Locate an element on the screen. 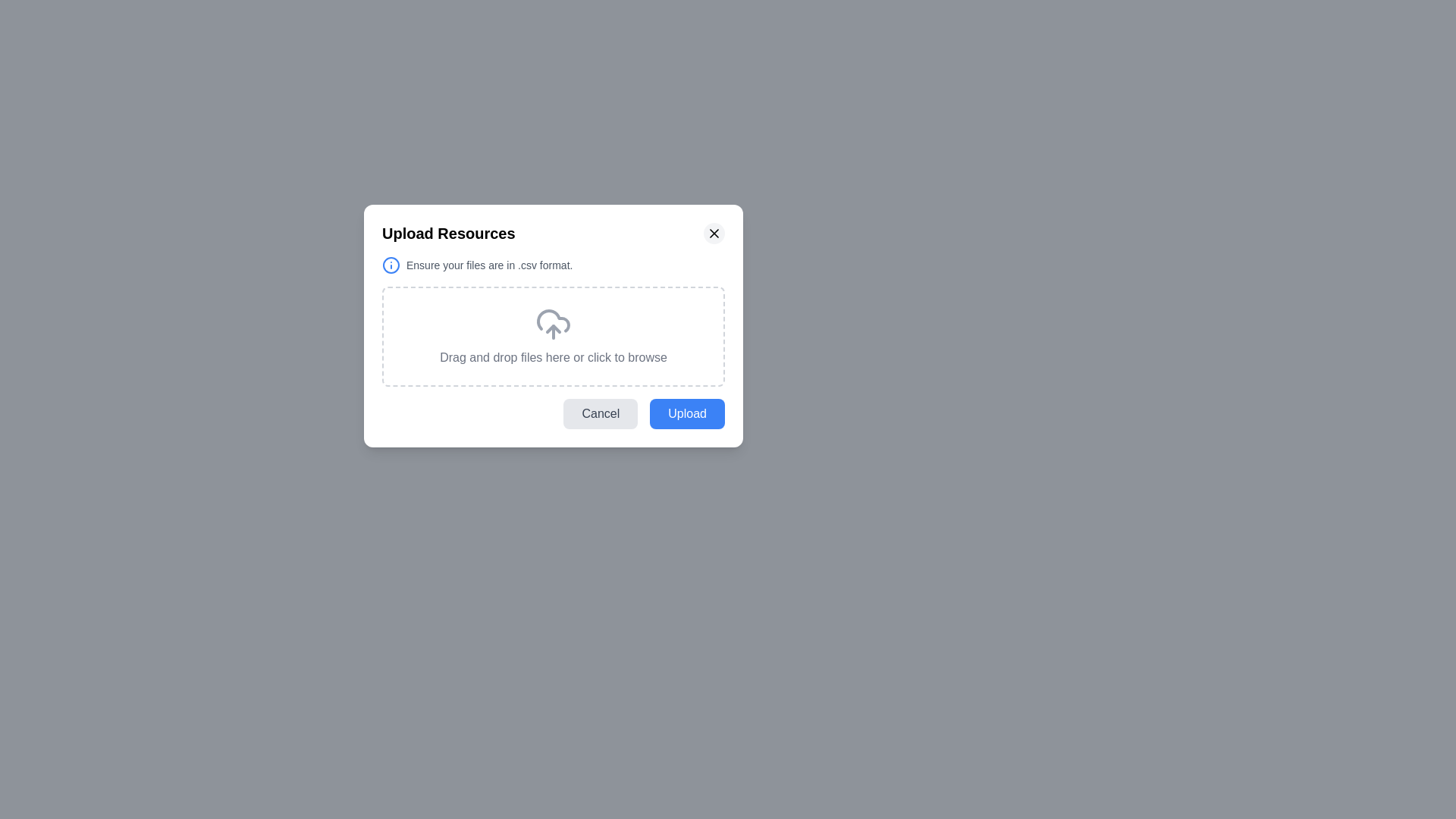  the File upload prompt within the 'Upload Resources' modal is located at coordinates (552, 321).